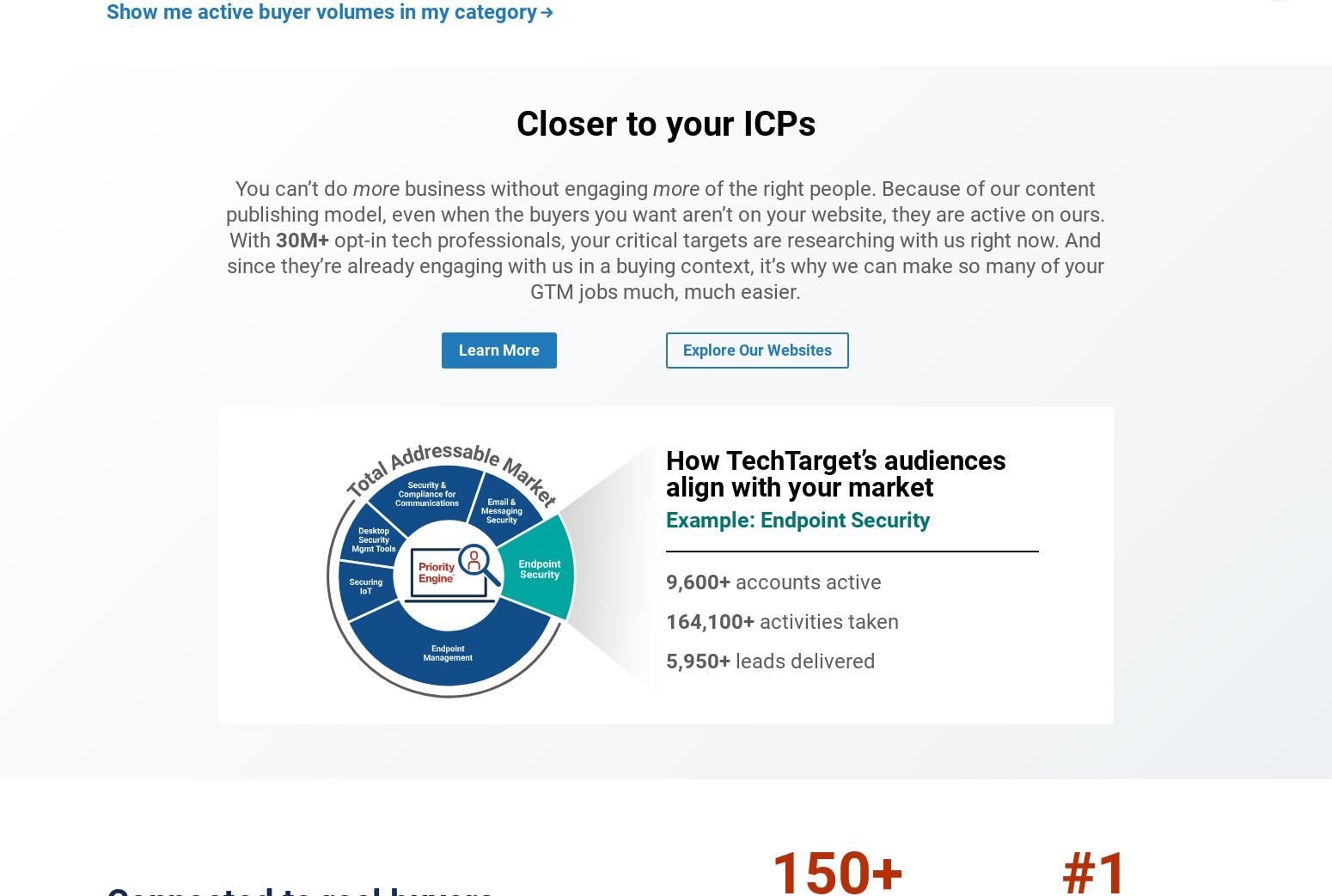  Describe the element at coordinates (293, 187) in the screenshot. I see `'You can’t do'` at that location.